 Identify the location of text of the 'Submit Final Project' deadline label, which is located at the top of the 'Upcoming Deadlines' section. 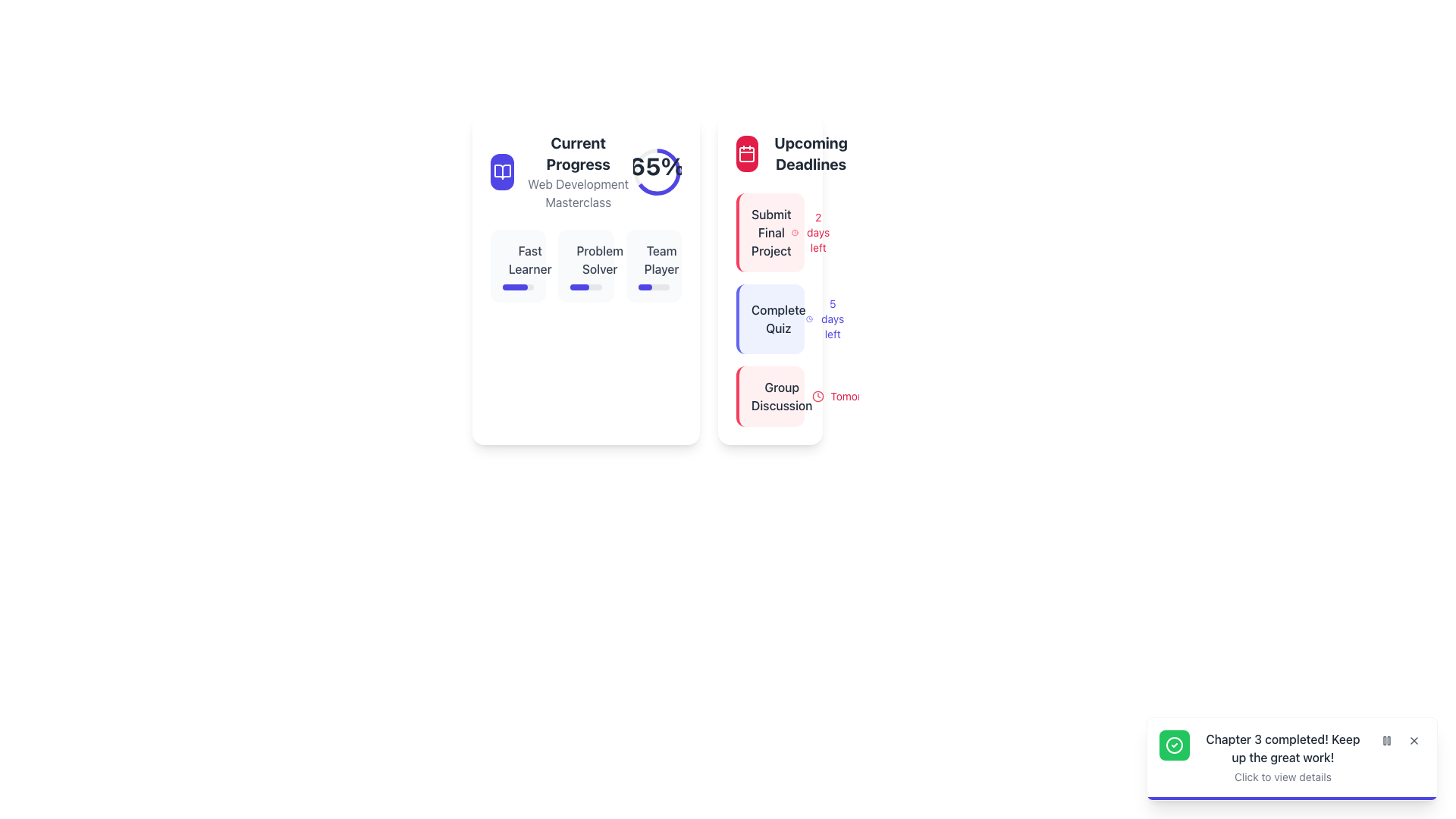
(771, 233).